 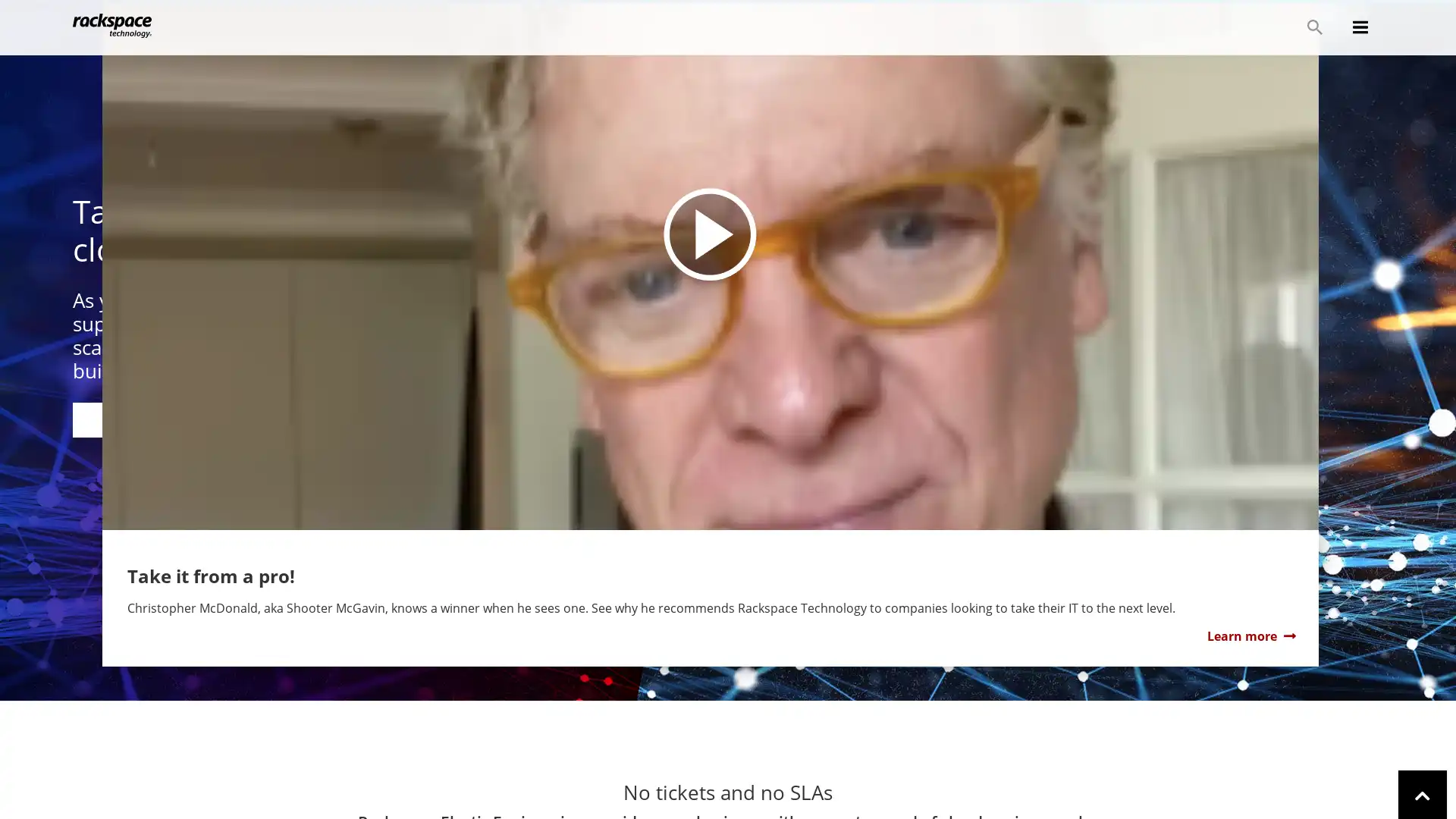 What do you see at coordinates (1061, 786) in the screenshot?
I see `Do Not Sell My Personal Information` at bounding box center [1061, 786].